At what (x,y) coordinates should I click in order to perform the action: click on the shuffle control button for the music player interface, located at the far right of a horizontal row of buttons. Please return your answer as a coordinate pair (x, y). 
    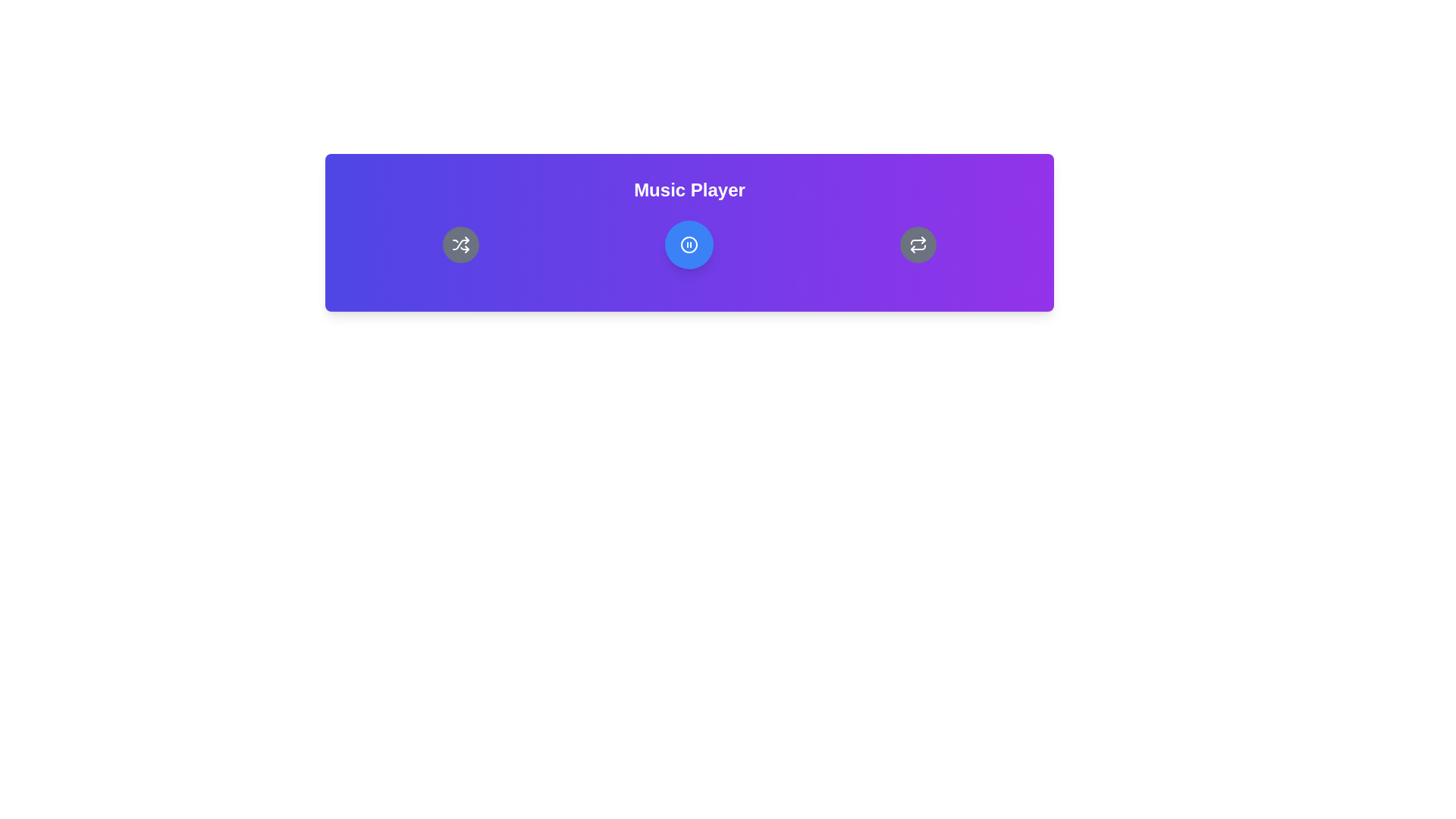
    Looking at the image, I should click on (460, 244).